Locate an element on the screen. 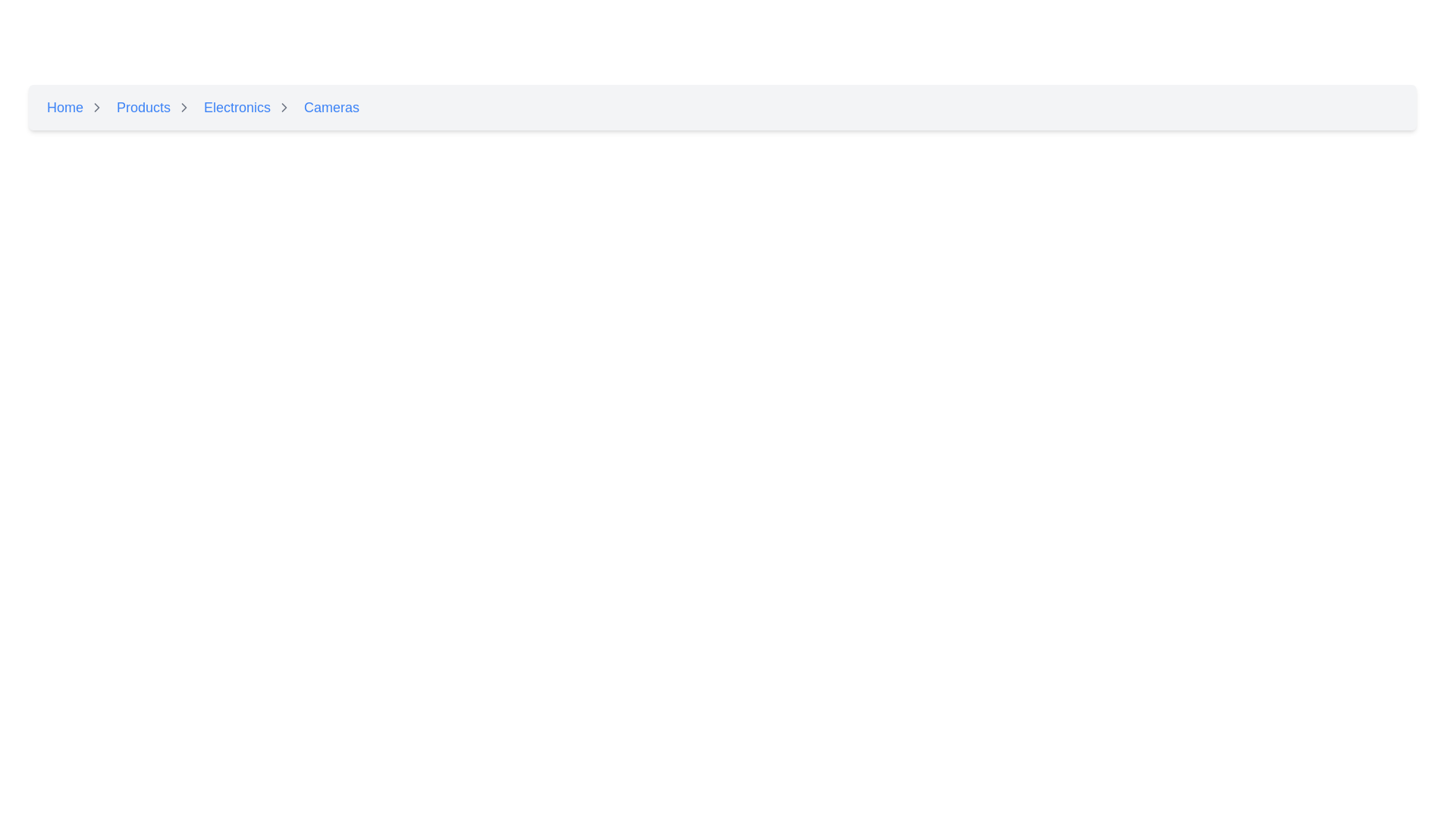 Image resolution: width=1456 pixels, height=819 pixels. the right-pointing chevron icon in the breadcrumb navigation, which is styled as an SVG graphic, located between 'Home' and 'Products' is located at coordinates (96, 107).